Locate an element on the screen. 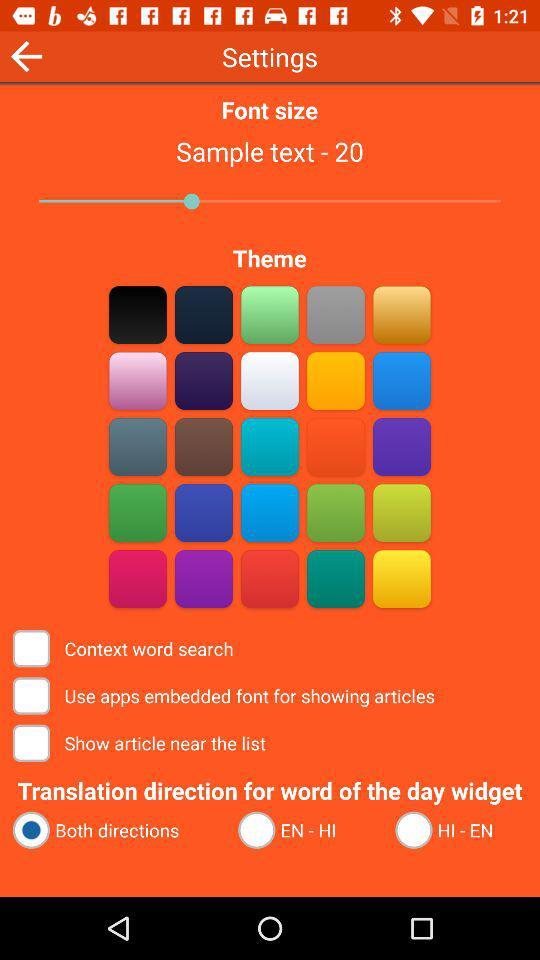  cream theme is located at coordinates (270, 380).